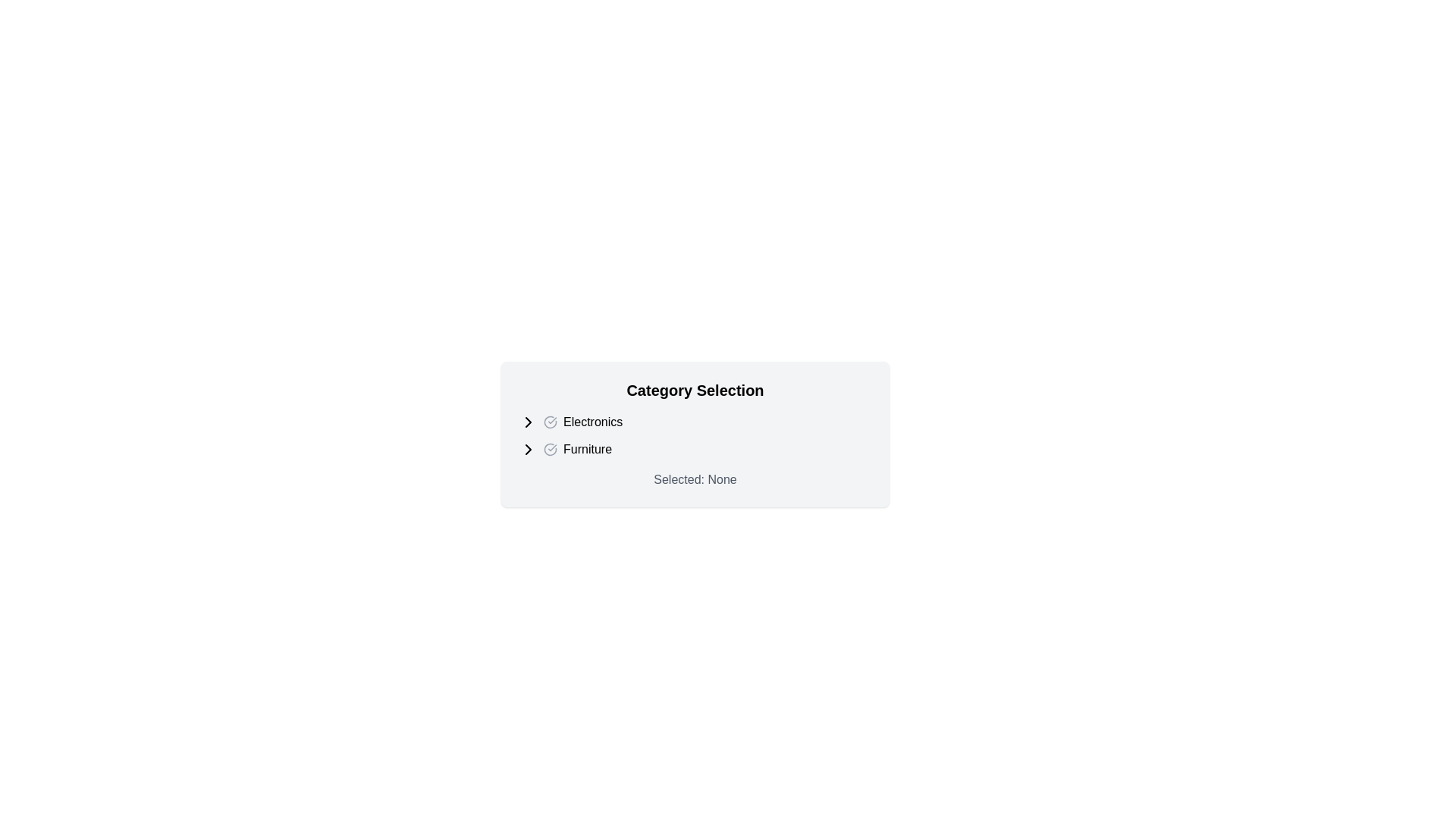 This screenshot has height=819, width=1456. I want to click on the checkmark icon within a circle that indicates selection for the 'Furniture' category, so click(549, 449).